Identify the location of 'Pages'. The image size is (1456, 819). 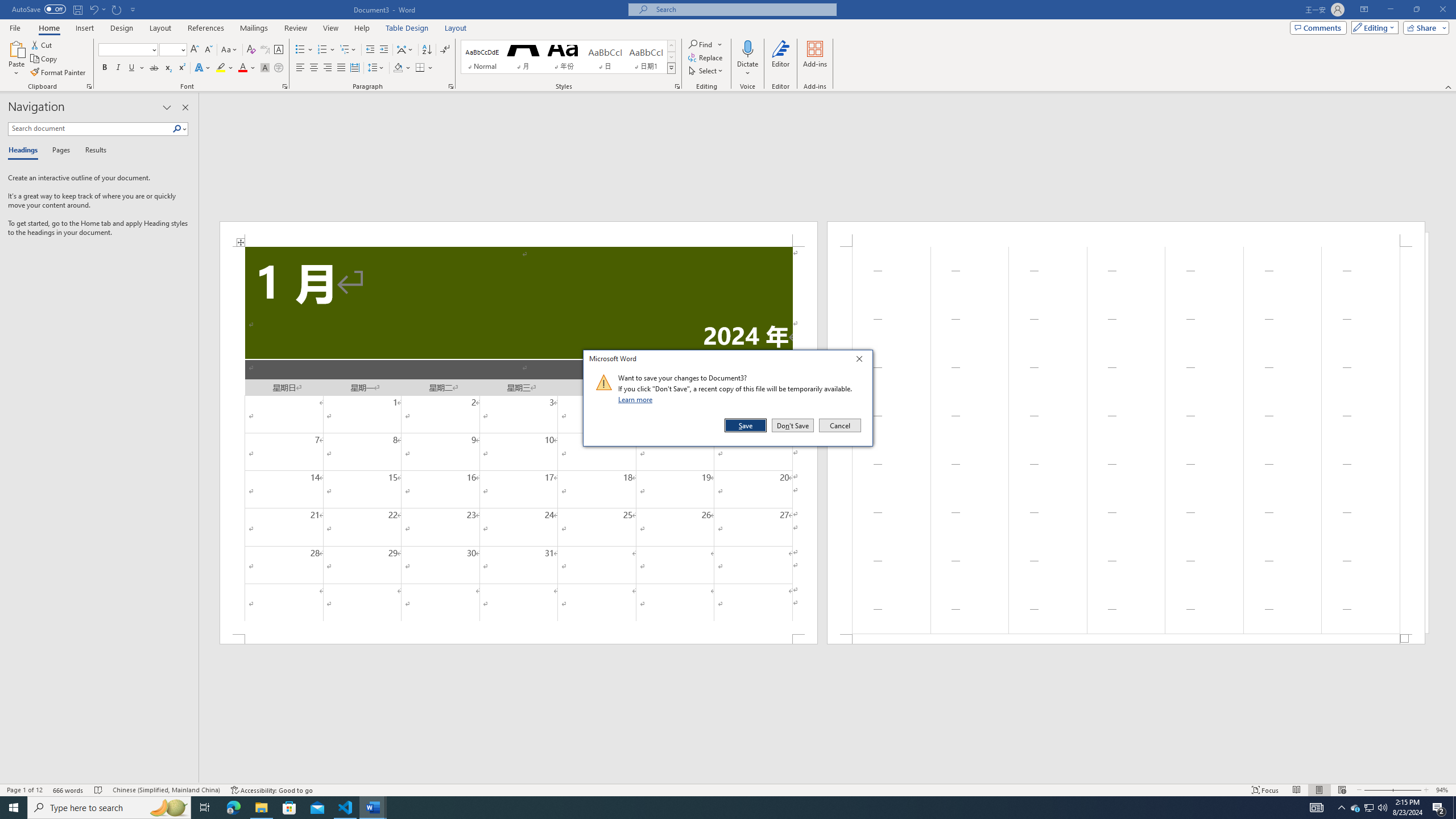
(59, 150).